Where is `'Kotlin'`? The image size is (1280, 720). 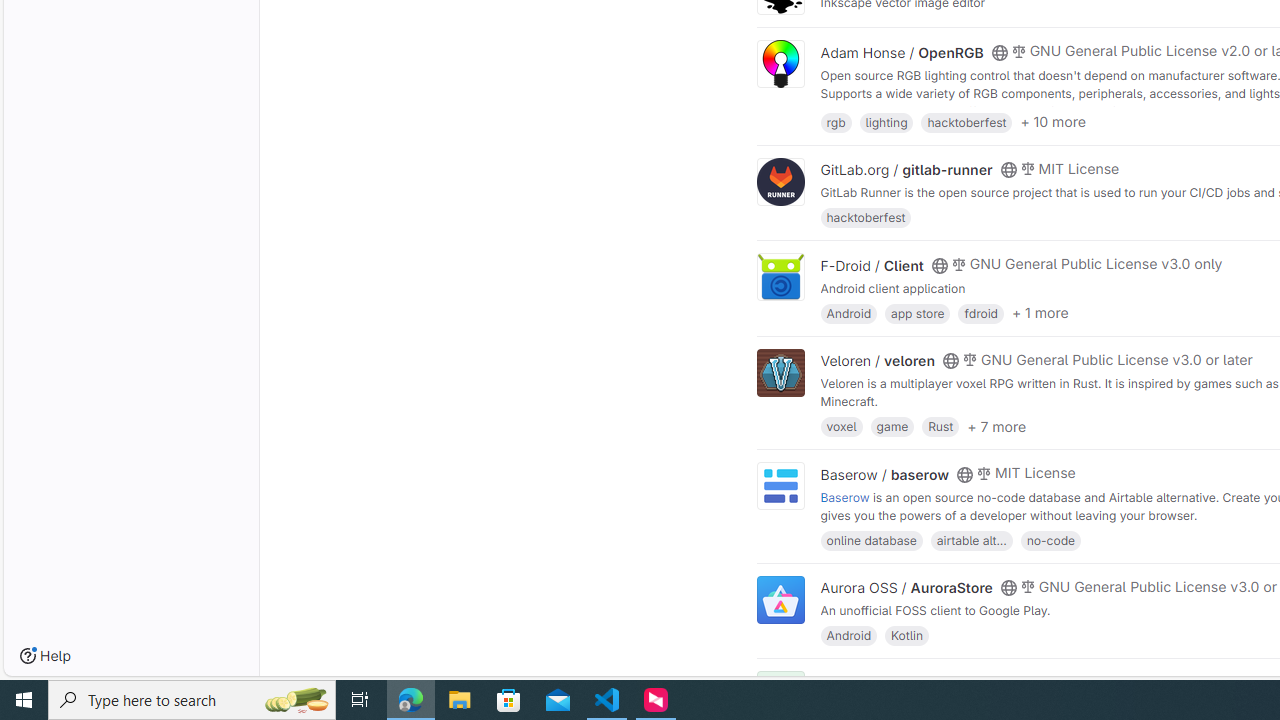
'Kotlin' is located at coordinates (906, 635).